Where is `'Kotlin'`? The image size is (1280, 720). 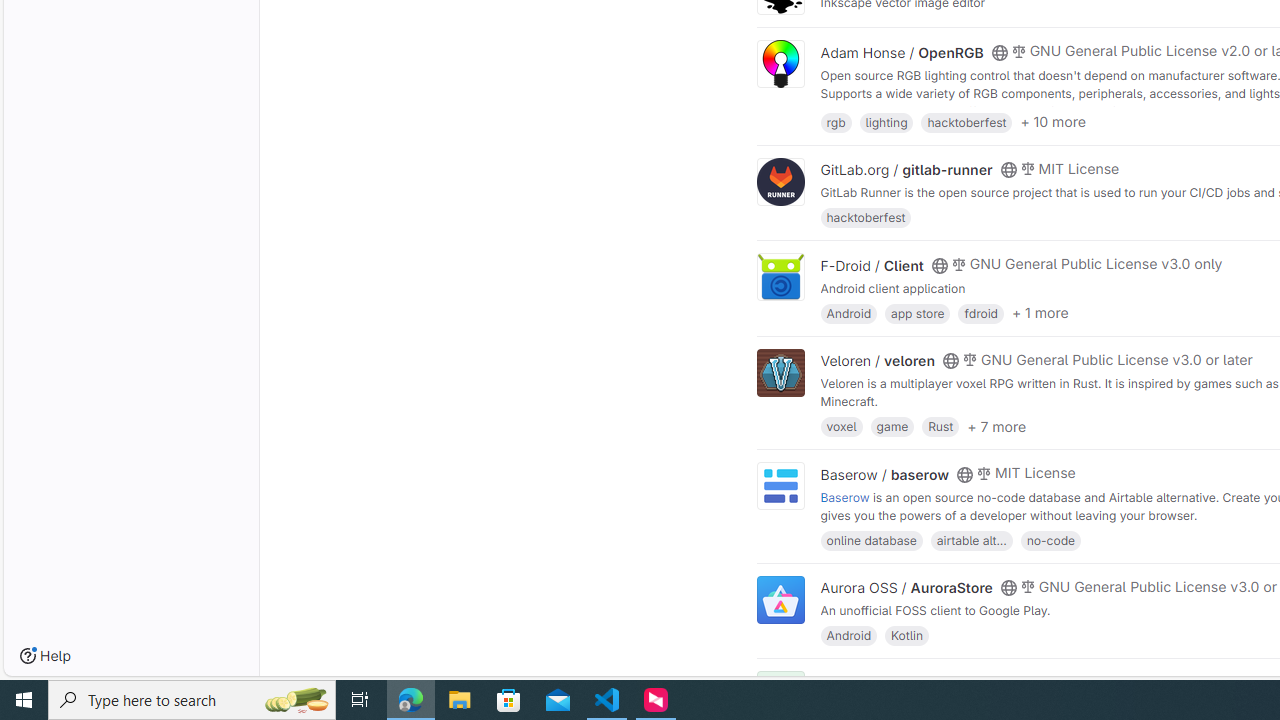
'Kotlin' is located at coordinates (906, 635).